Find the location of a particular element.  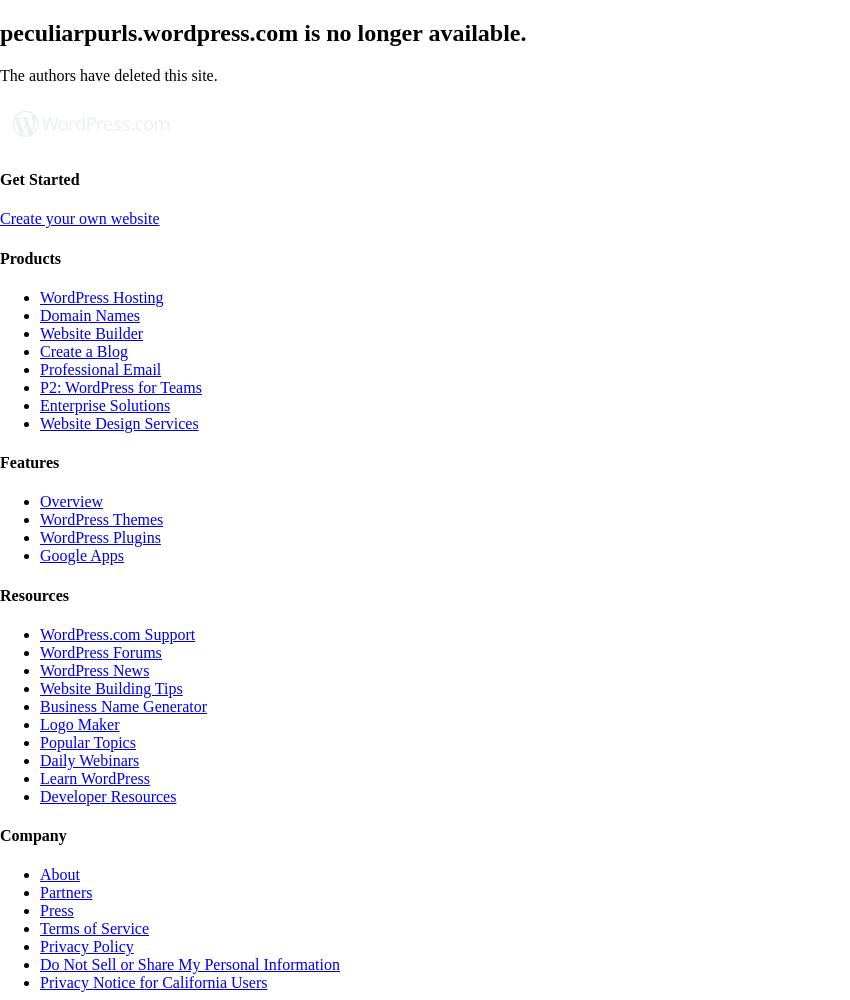

'WordPress.com Support' is located at coordinates (116, 633).